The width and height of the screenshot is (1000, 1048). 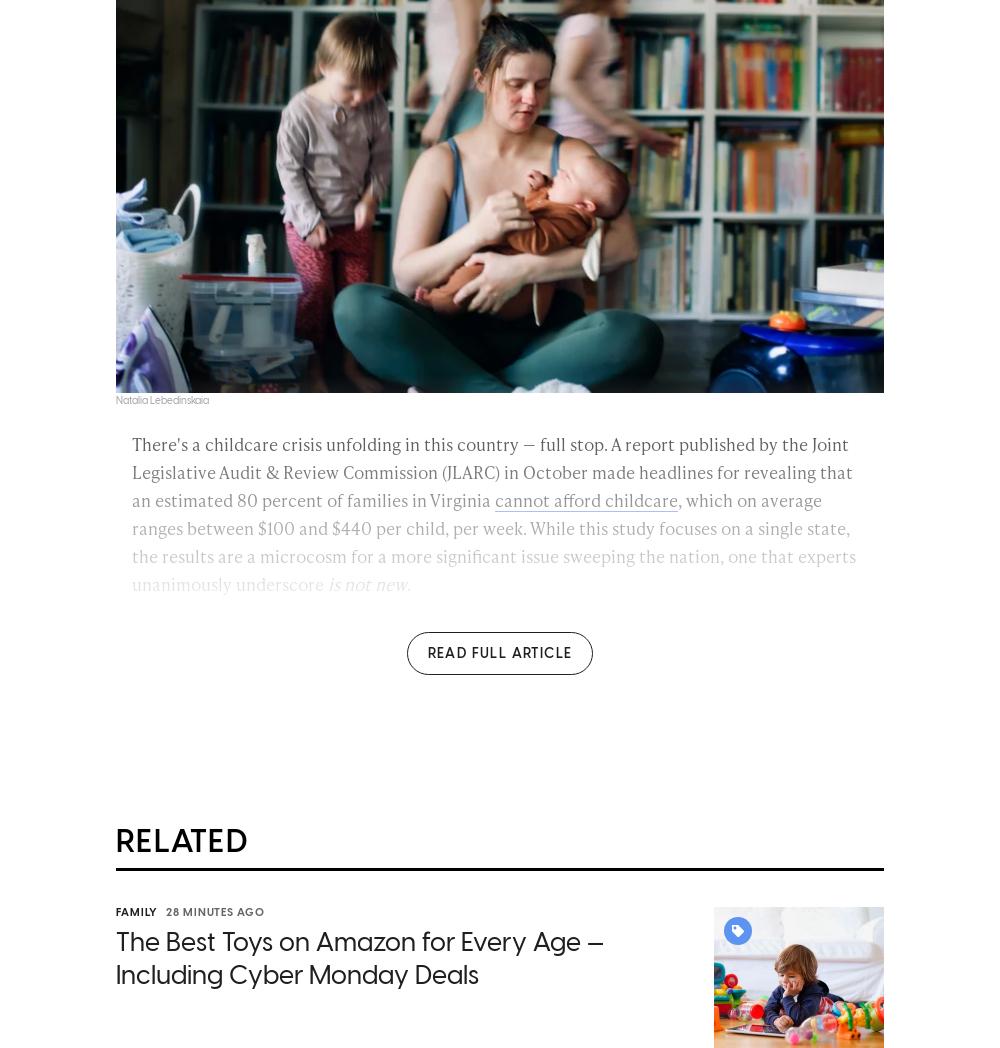 What do you see at coordinates (493, 543) in the screenshot?
I see `', which on average ranges between $100 and $440 per child, per week. While this study focuses on a single state, the results are a microcosm for a more significant issue sweeping the nation, one that experts unanimously underscore'` at bounding box center [493, 543].